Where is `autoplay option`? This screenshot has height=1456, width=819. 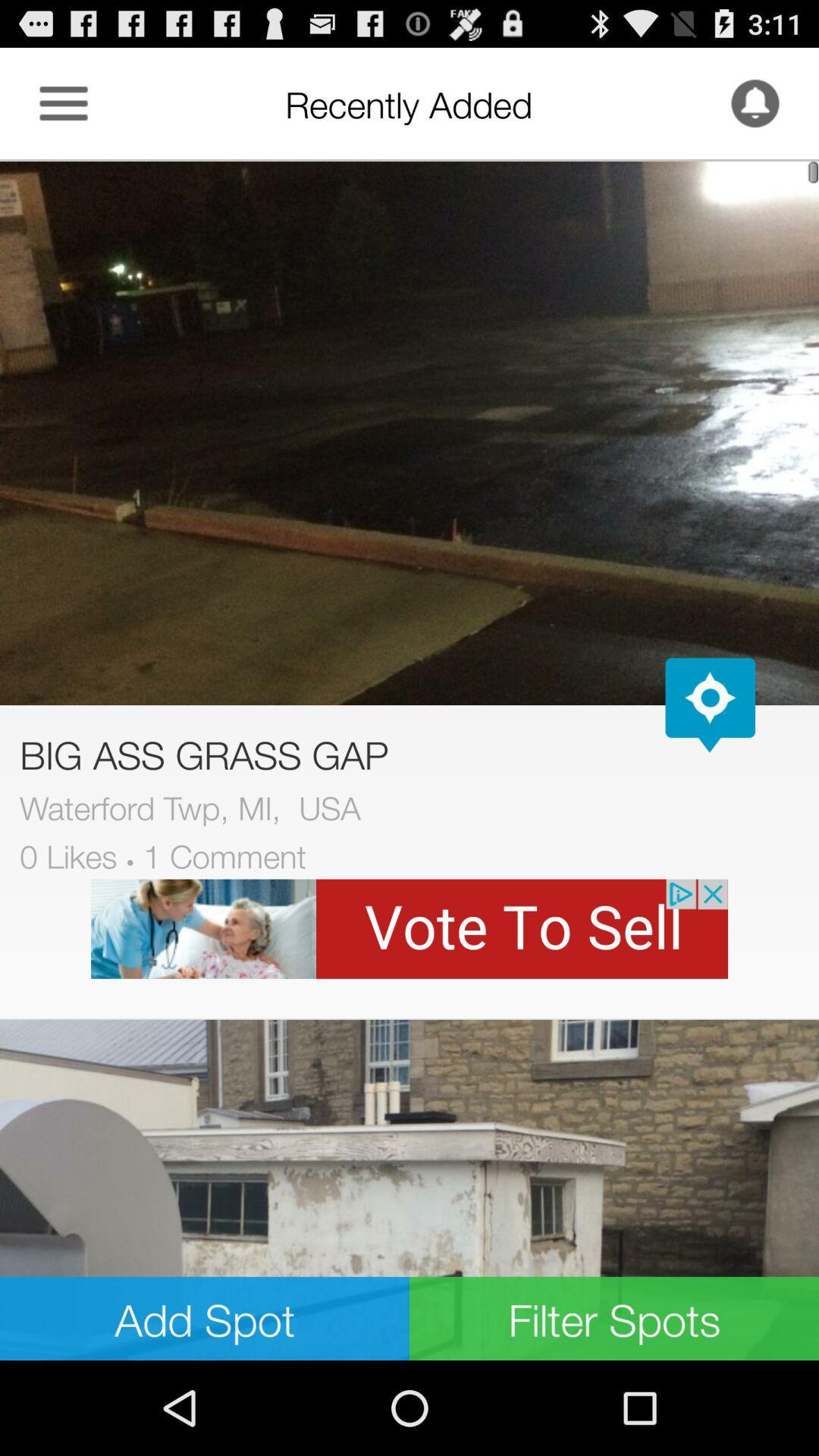 autoplay option is located at coordinates (710, 704).